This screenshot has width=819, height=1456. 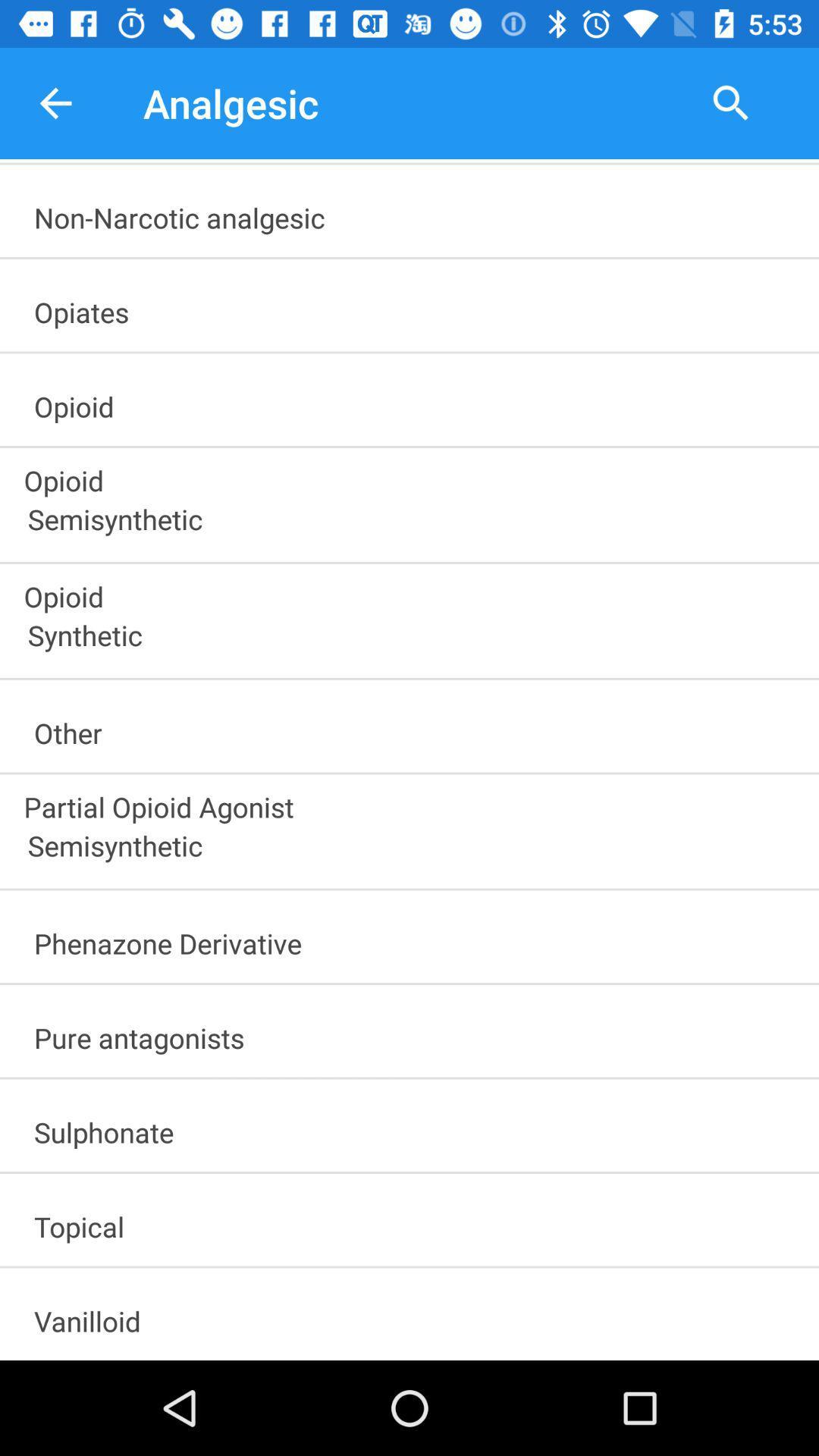 I want to click on item above the opioid, so click(x=416, y=306).